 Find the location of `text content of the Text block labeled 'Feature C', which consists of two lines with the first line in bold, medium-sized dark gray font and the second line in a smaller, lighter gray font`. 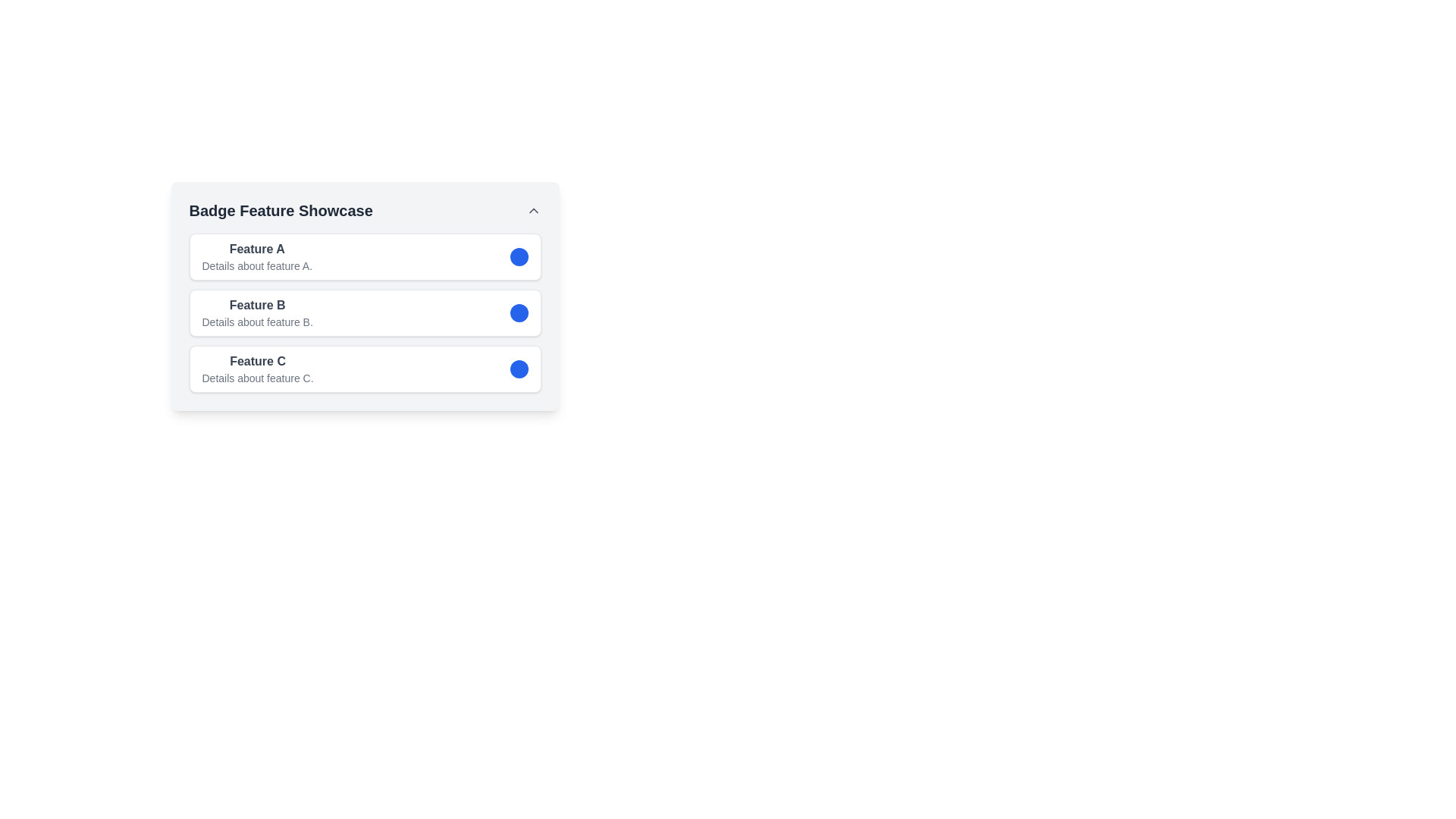

text content of the Text block labeled 'Feature C', which consists of two lines with the first line in bold, medium-sized dark gray font and the second line in a smaller, lighter gray font is located at coordinates (258, 369).